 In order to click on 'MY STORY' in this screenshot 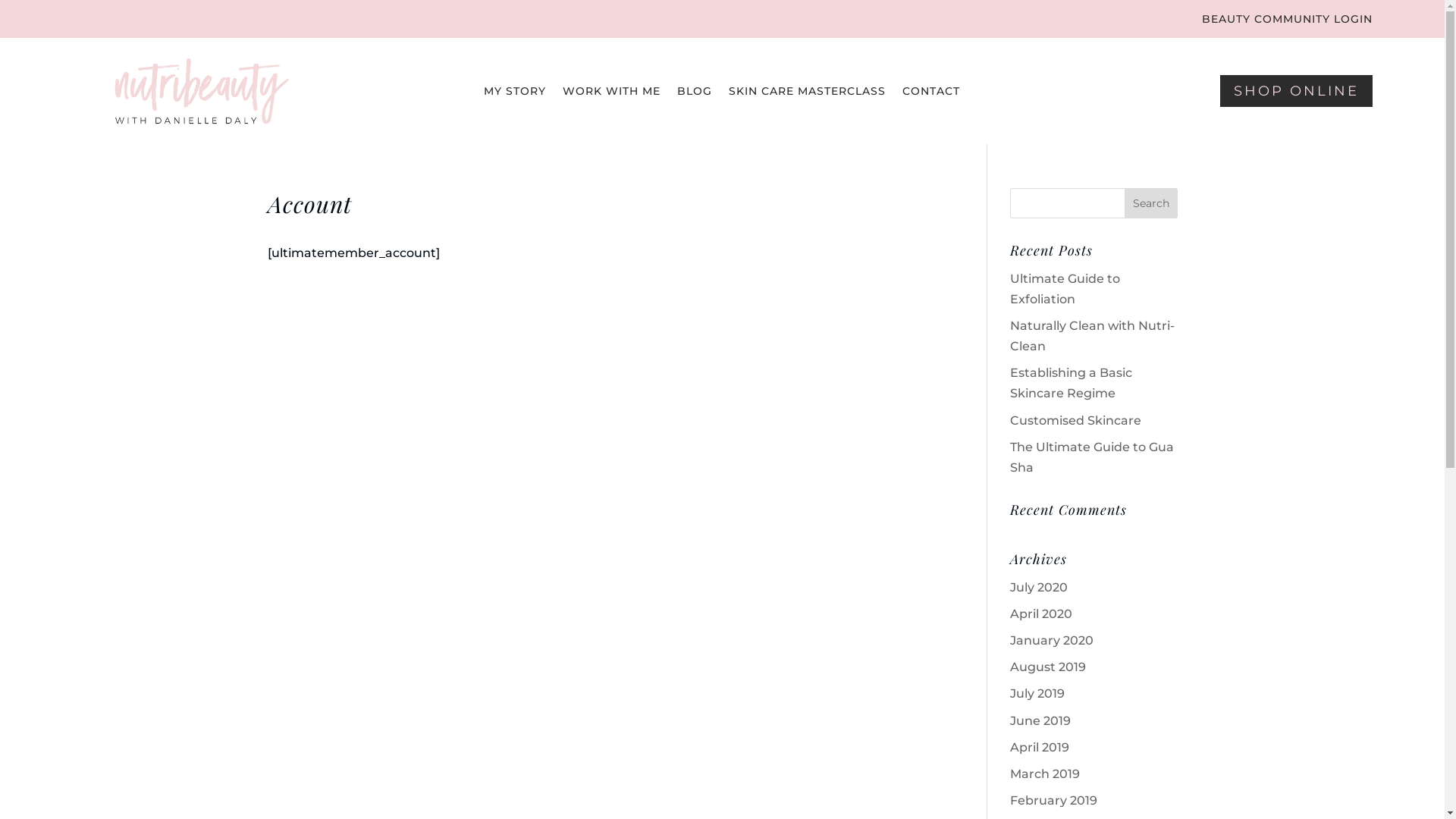, I will do `click(514, 93)`.